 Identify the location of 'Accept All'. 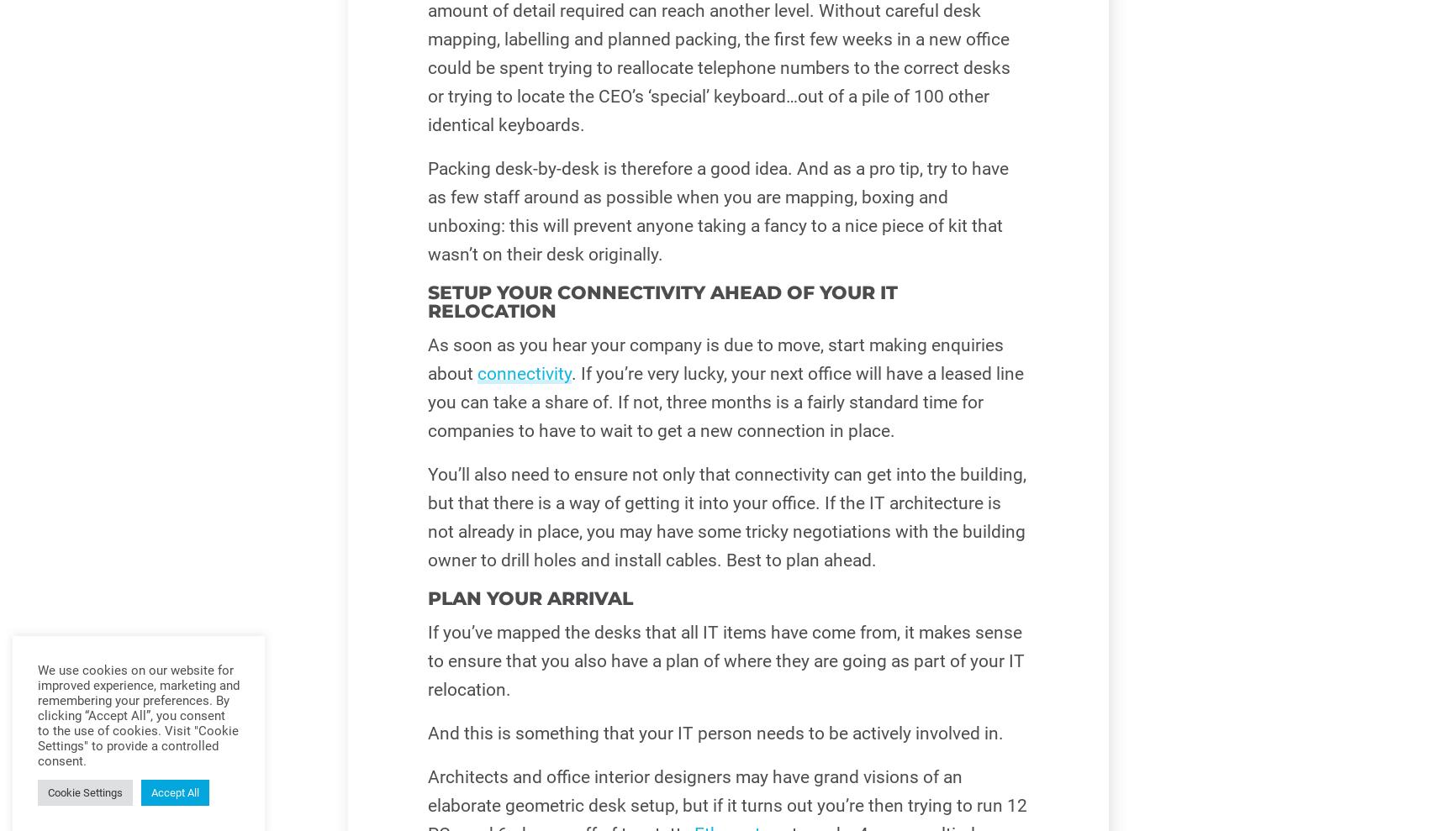
(175, 792).